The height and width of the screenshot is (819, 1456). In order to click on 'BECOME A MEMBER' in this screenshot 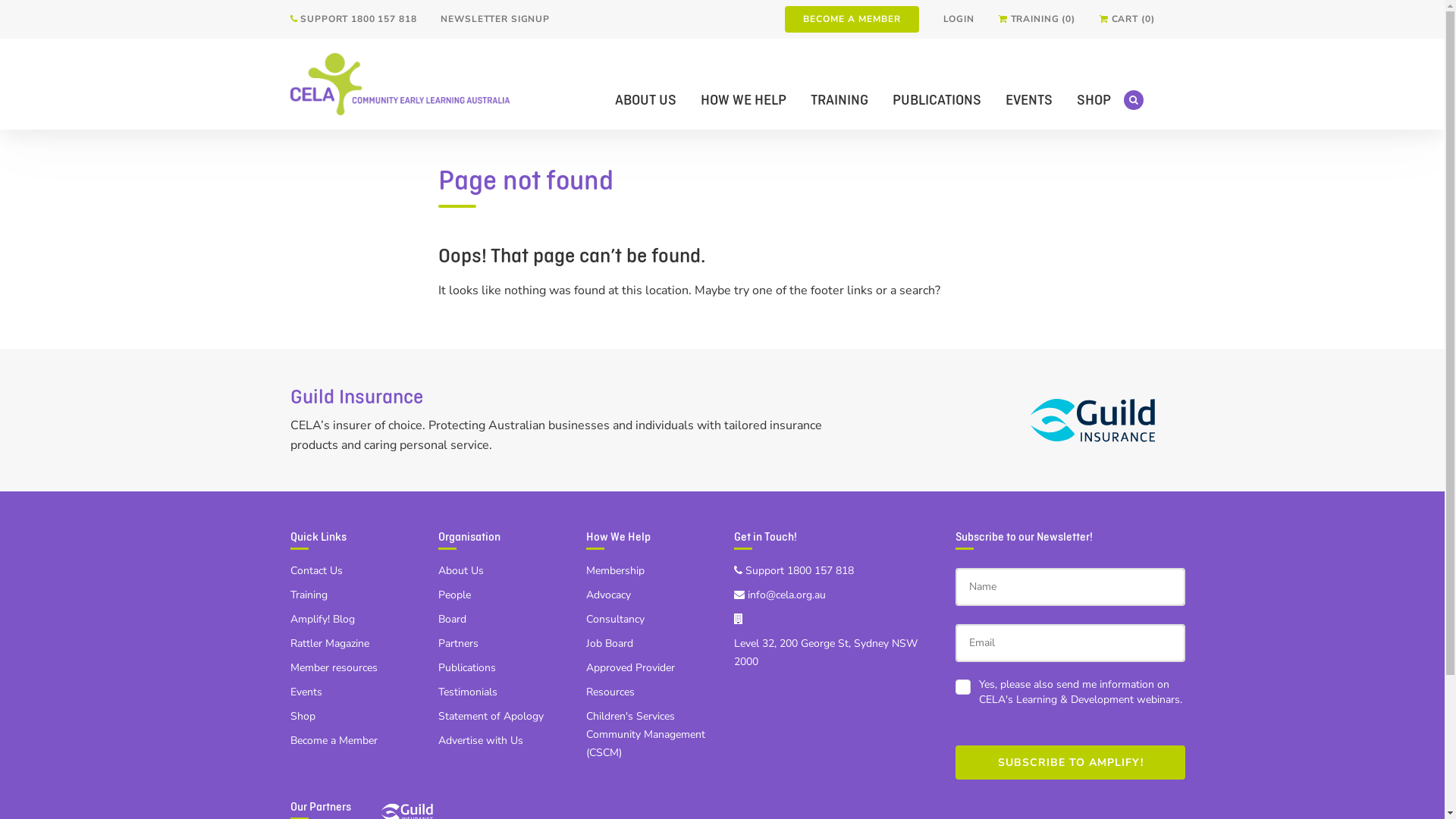, I will do `click(851, 19)`.